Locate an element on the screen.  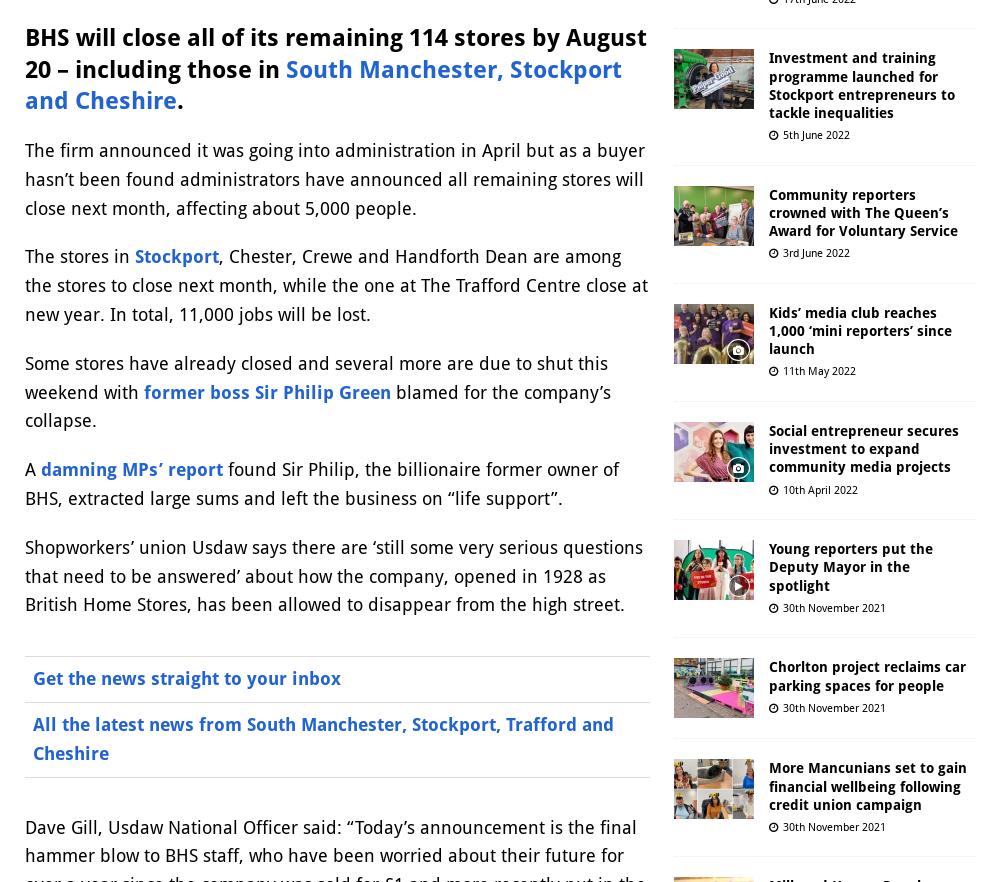
'10th April 2022' is located at coordinates (819, 488).